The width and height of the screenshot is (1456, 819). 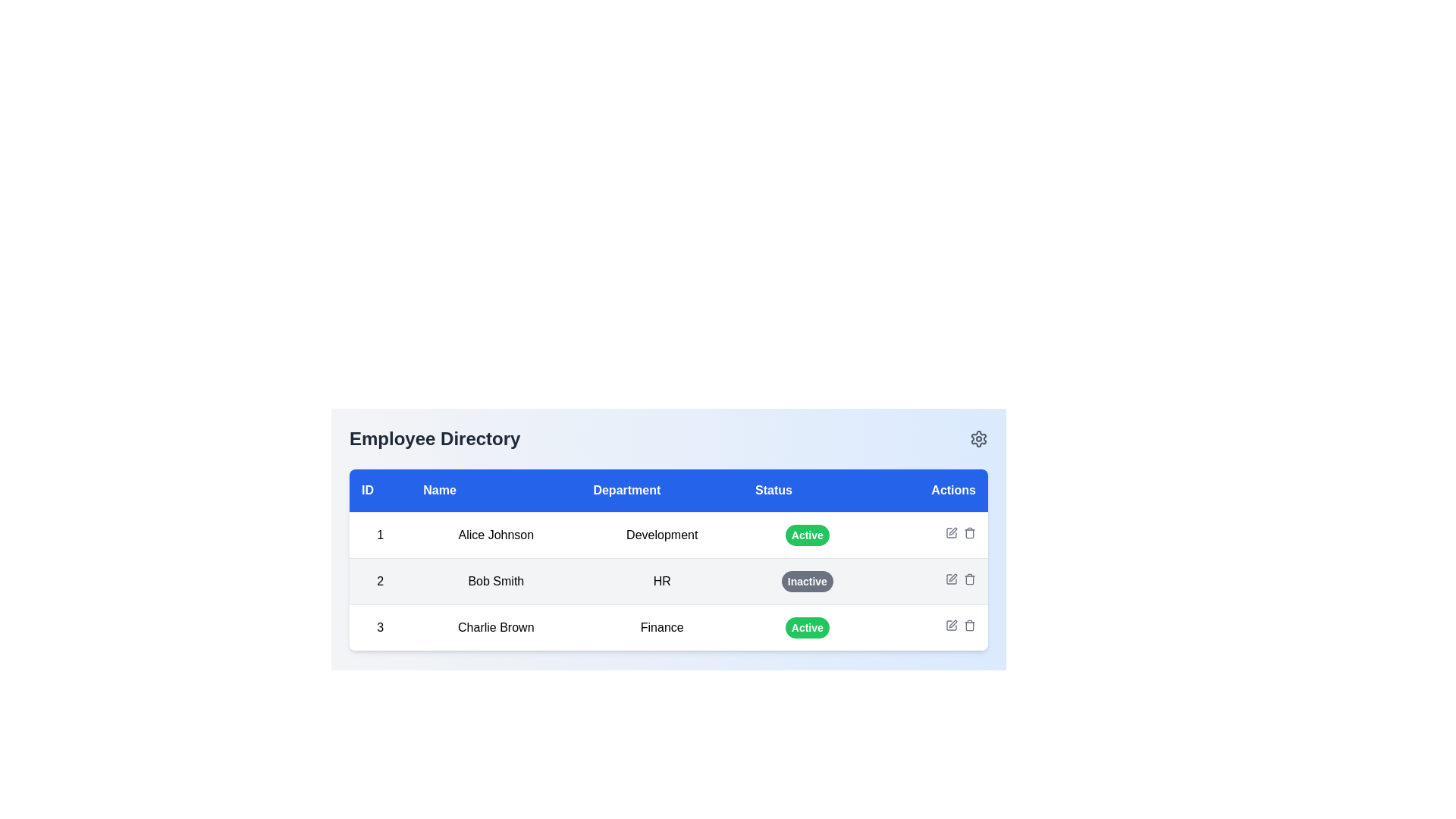 What do you see at coordinates (950, 626) in the screenshot?
I see `the edit icon button in the Actions column of the third row` at bounding box center [950, 626].